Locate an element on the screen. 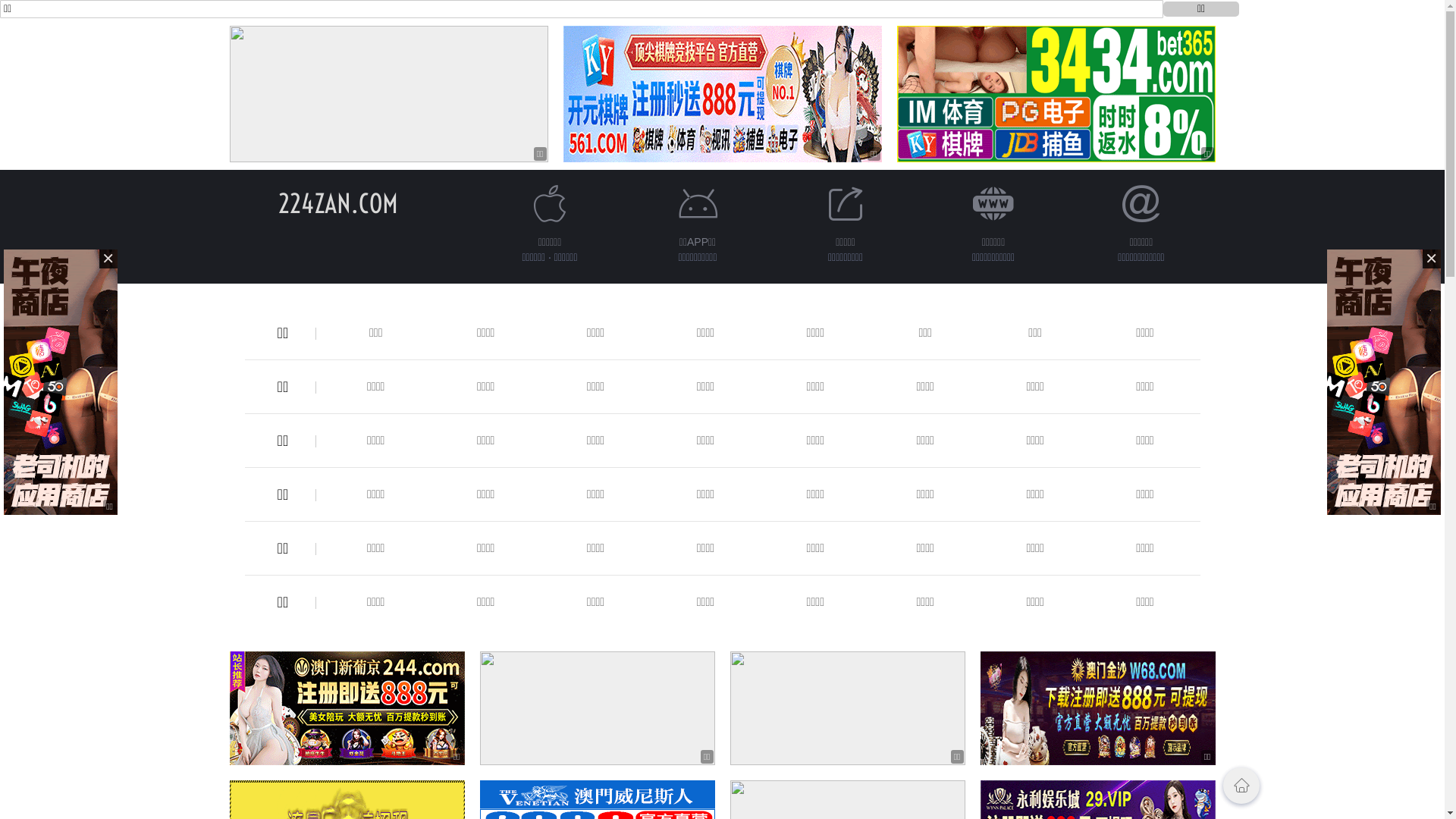 The image size is (1456, 819). '224ZAN.COM' is located at coordinates (337, 202).